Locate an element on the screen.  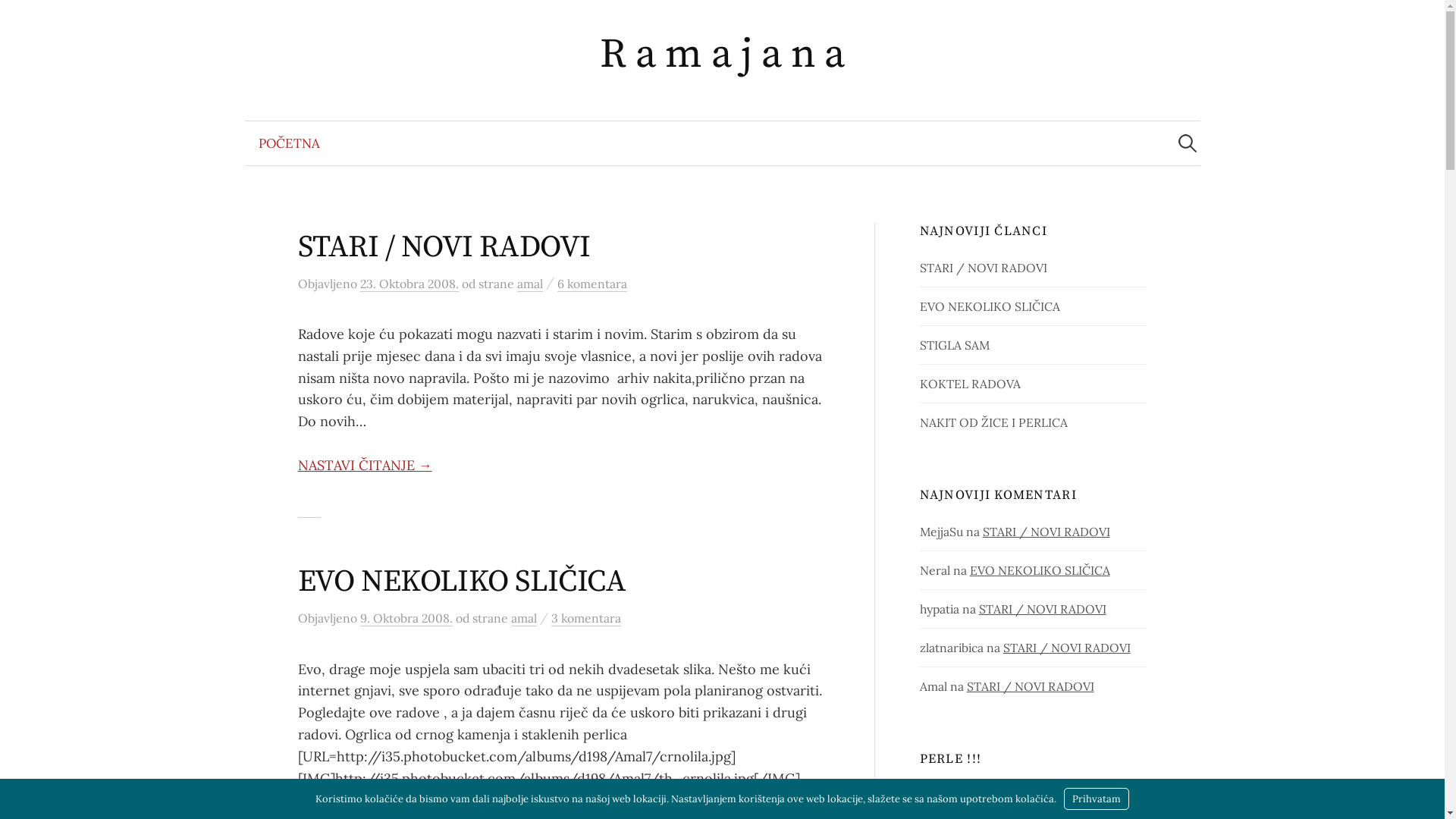
'amal' is located at coordinates (530, 284).